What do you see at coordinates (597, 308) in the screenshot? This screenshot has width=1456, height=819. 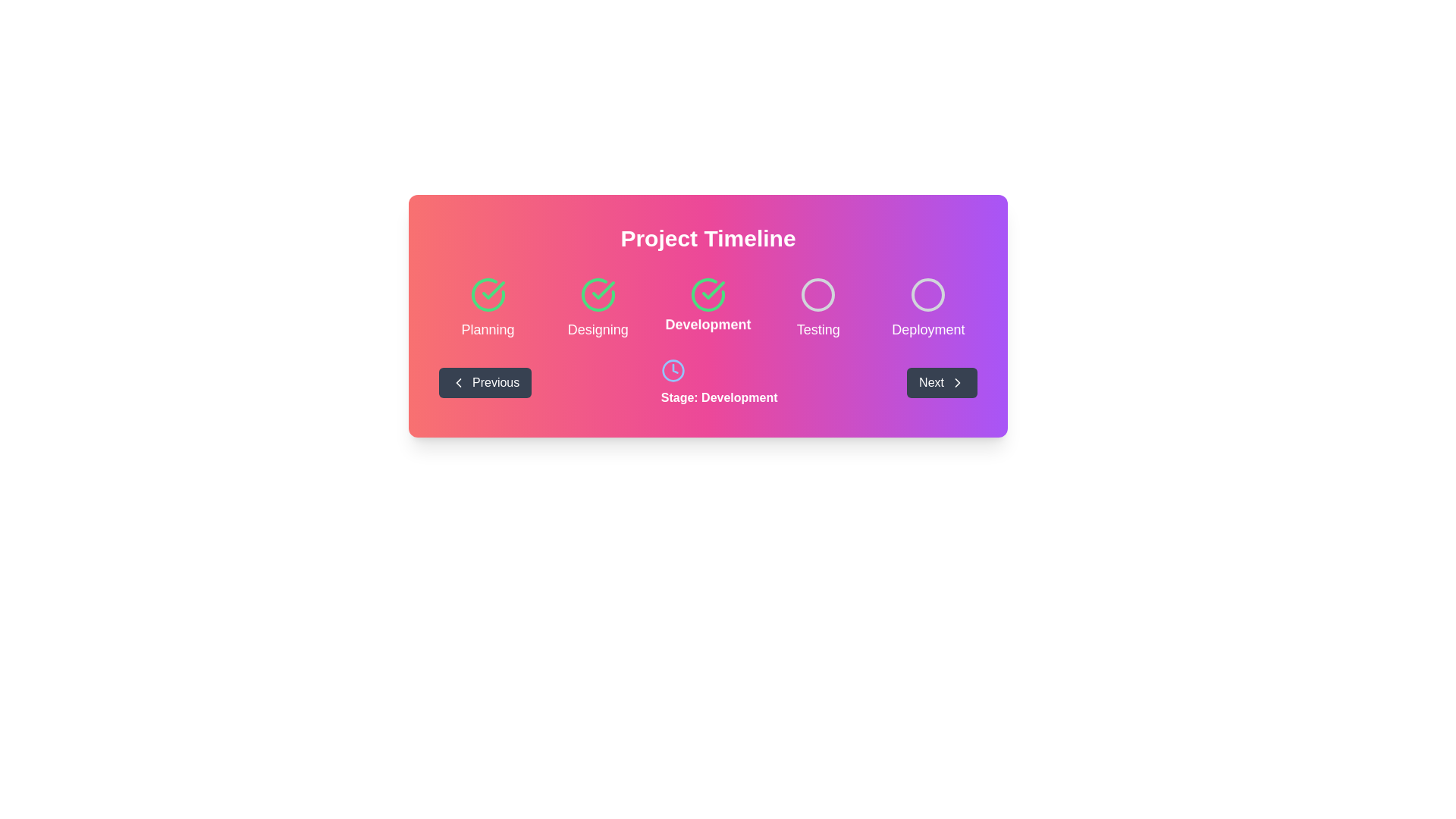 I see `the Status indicator with a checkmark icon and the text 'Designing', which is the second step in the Project Timeline progress tracker` at bounding box center [597, 308].